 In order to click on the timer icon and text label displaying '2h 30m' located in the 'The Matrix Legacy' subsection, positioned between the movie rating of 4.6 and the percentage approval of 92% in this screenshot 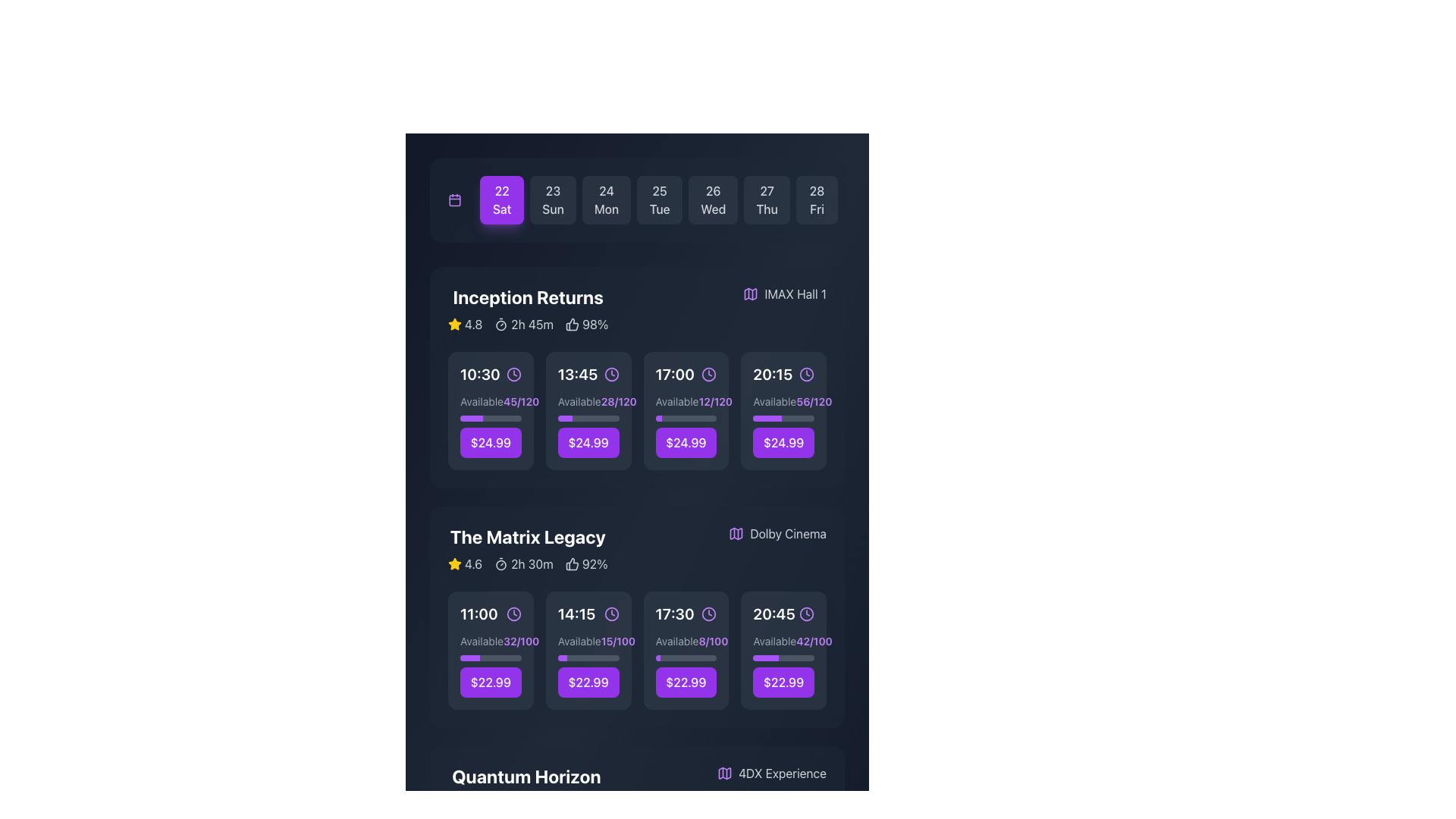, I will do `click(524, 564)`.